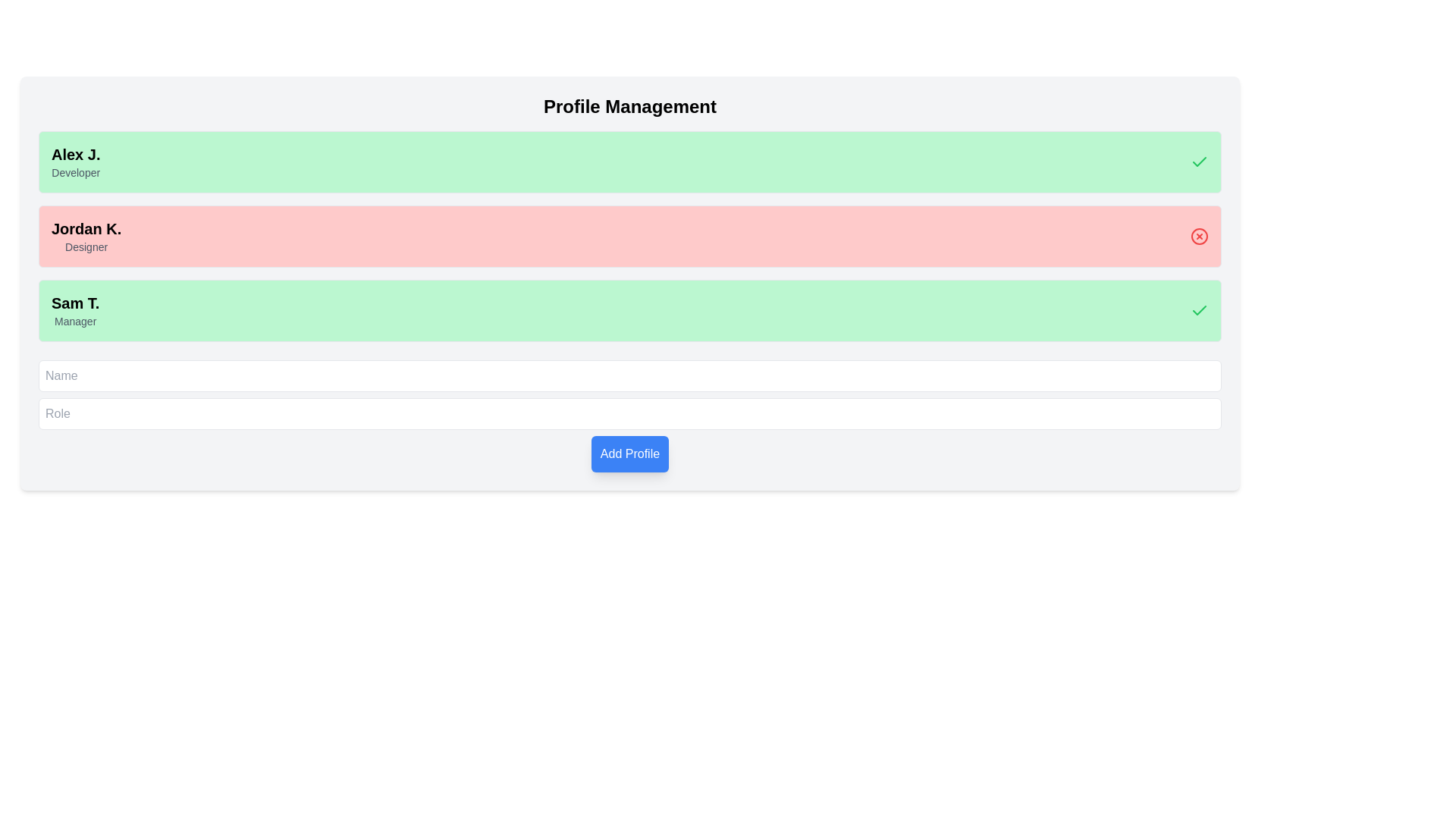 The height and width of the screenshot is (819, 1456). Describe the element at coordinates (1199, 309) in the screenshot. I see `the confirmation indicator icon located in the top-right corner of the green panel associated with the 'Sam T.' entry` at that location.